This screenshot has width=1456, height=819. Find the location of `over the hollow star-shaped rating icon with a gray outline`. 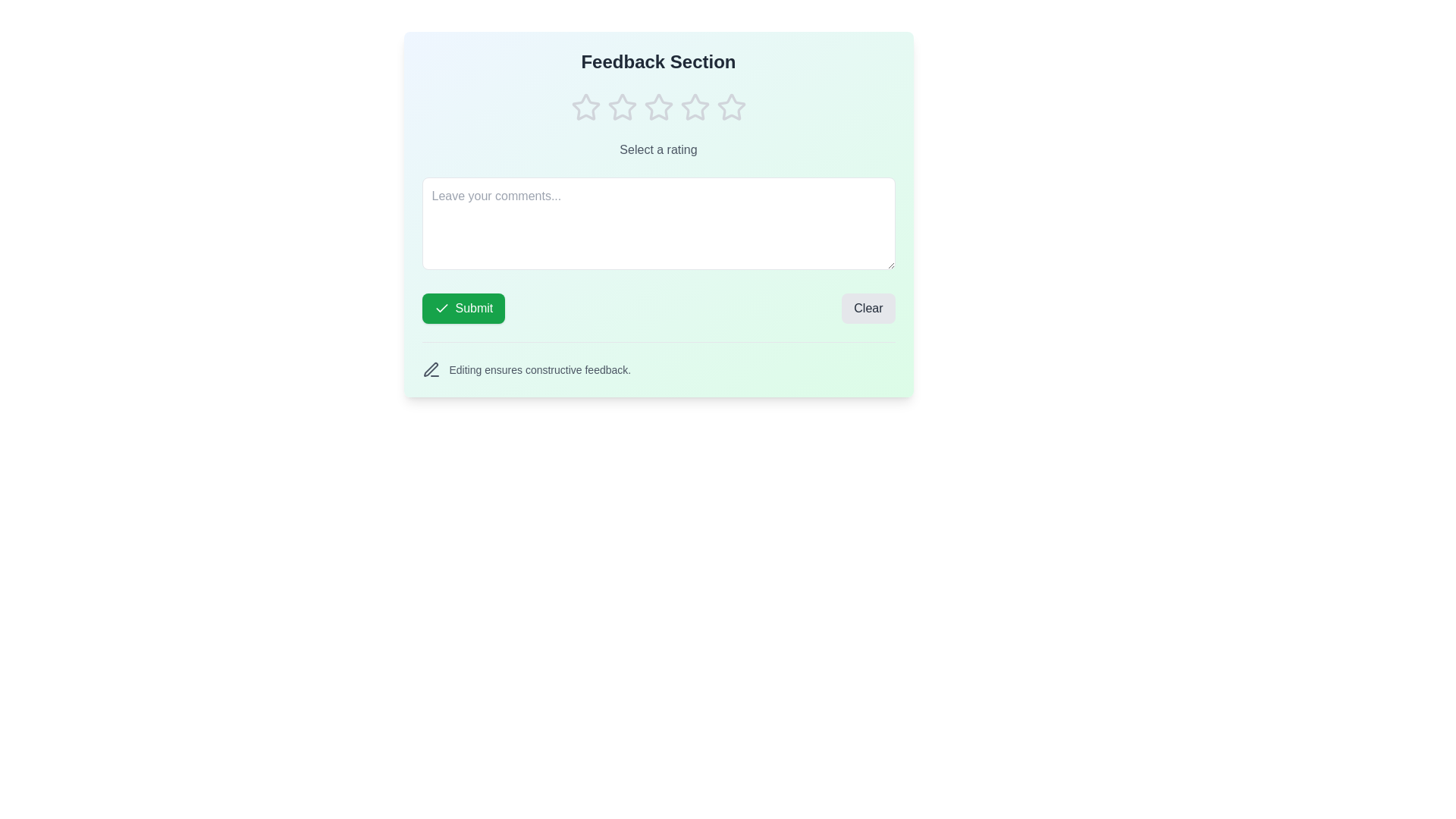

over the hollow star-shaped rating icon with a gray outline is located at coordinates (585, 106).